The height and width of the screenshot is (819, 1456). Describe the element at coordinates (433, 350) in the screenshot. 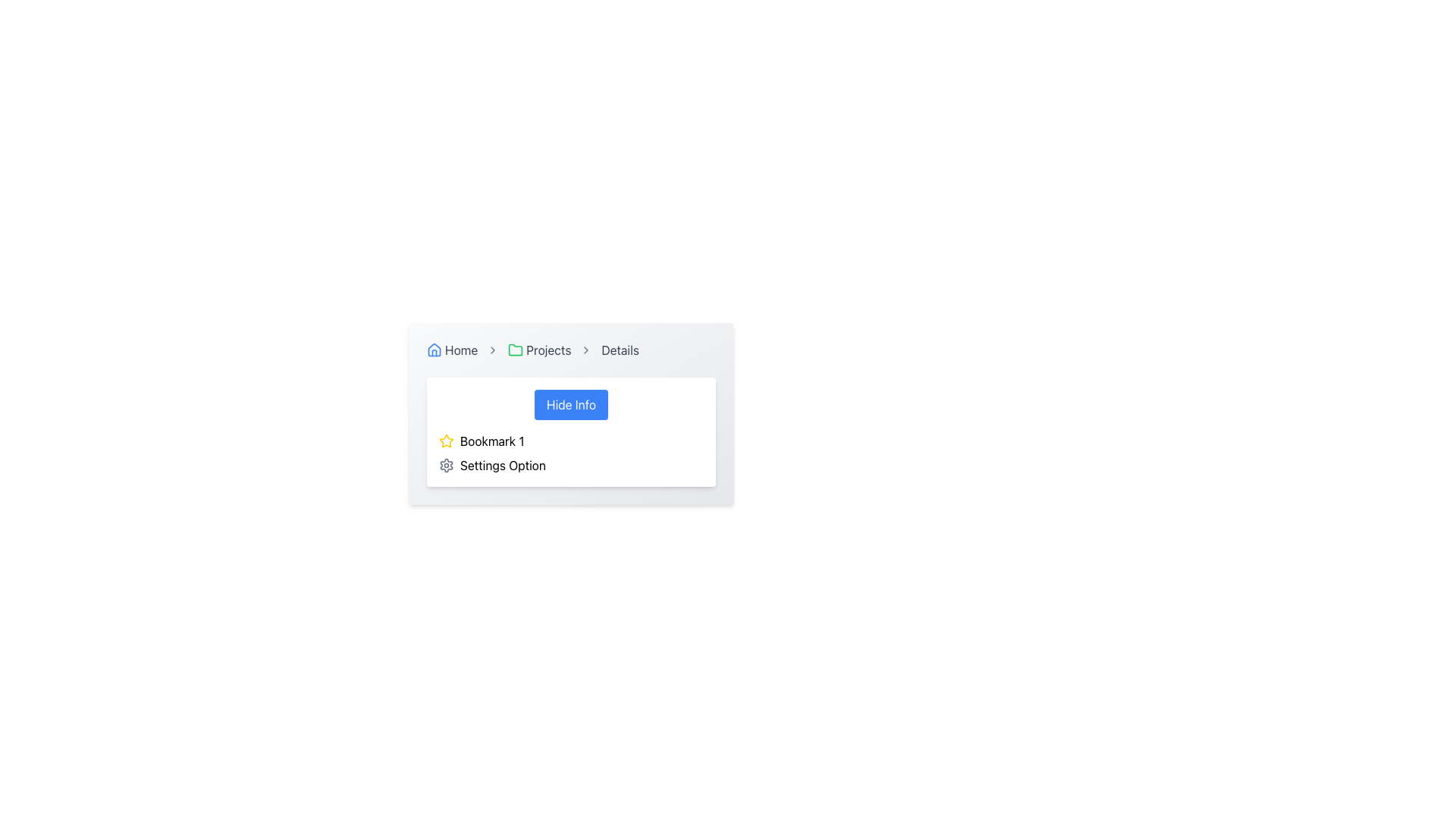

I see `the house icon, which is styled with a minimalistic design and blue color, located to the left of the 'Home' text label` at that location.